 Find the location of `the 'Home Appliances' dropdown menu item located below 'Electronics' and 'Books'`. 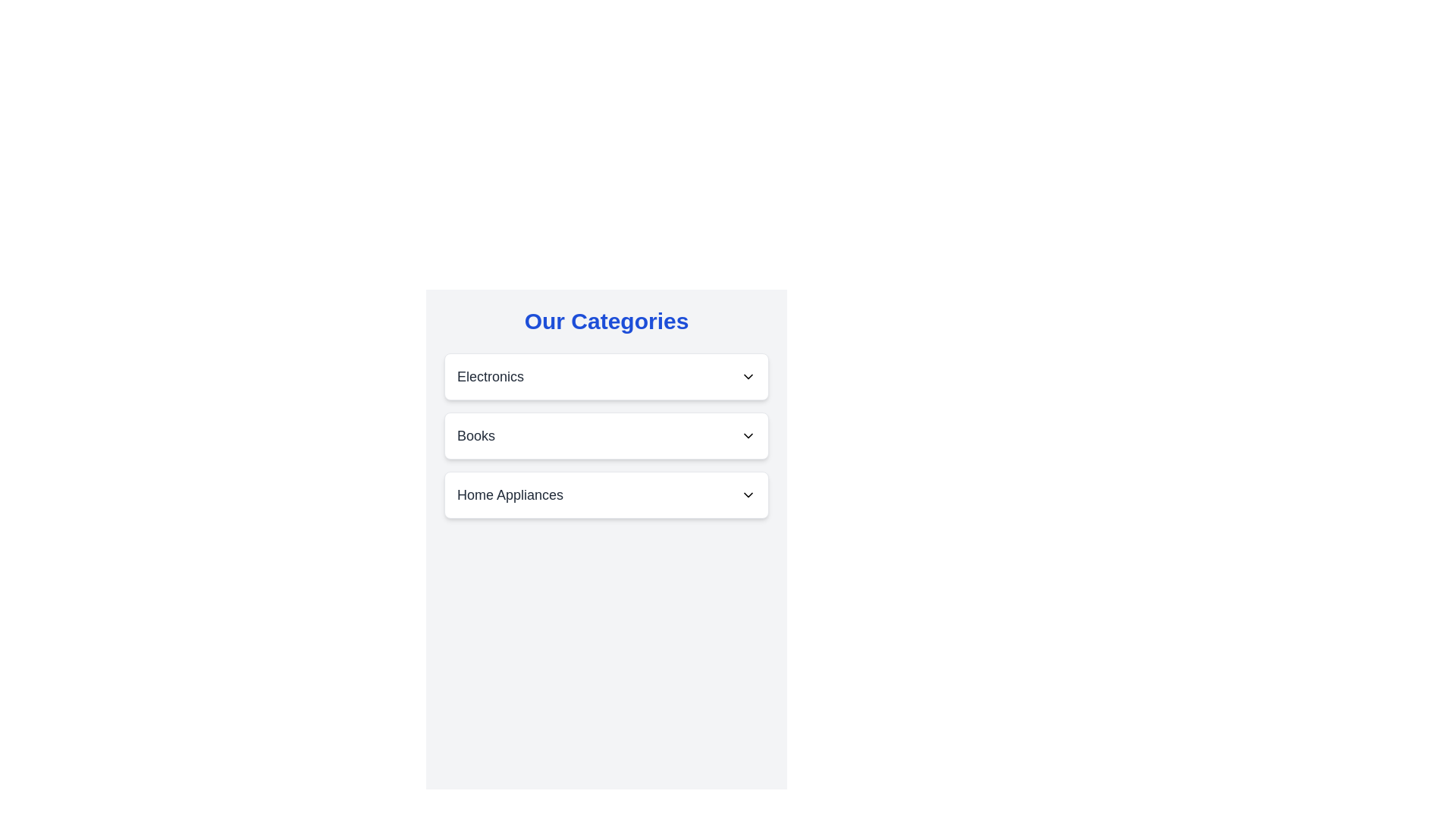

the 'Home Appliances' dropdown menu item located below 'Electronics' and 'Books' is located at coordinates (607, 494).